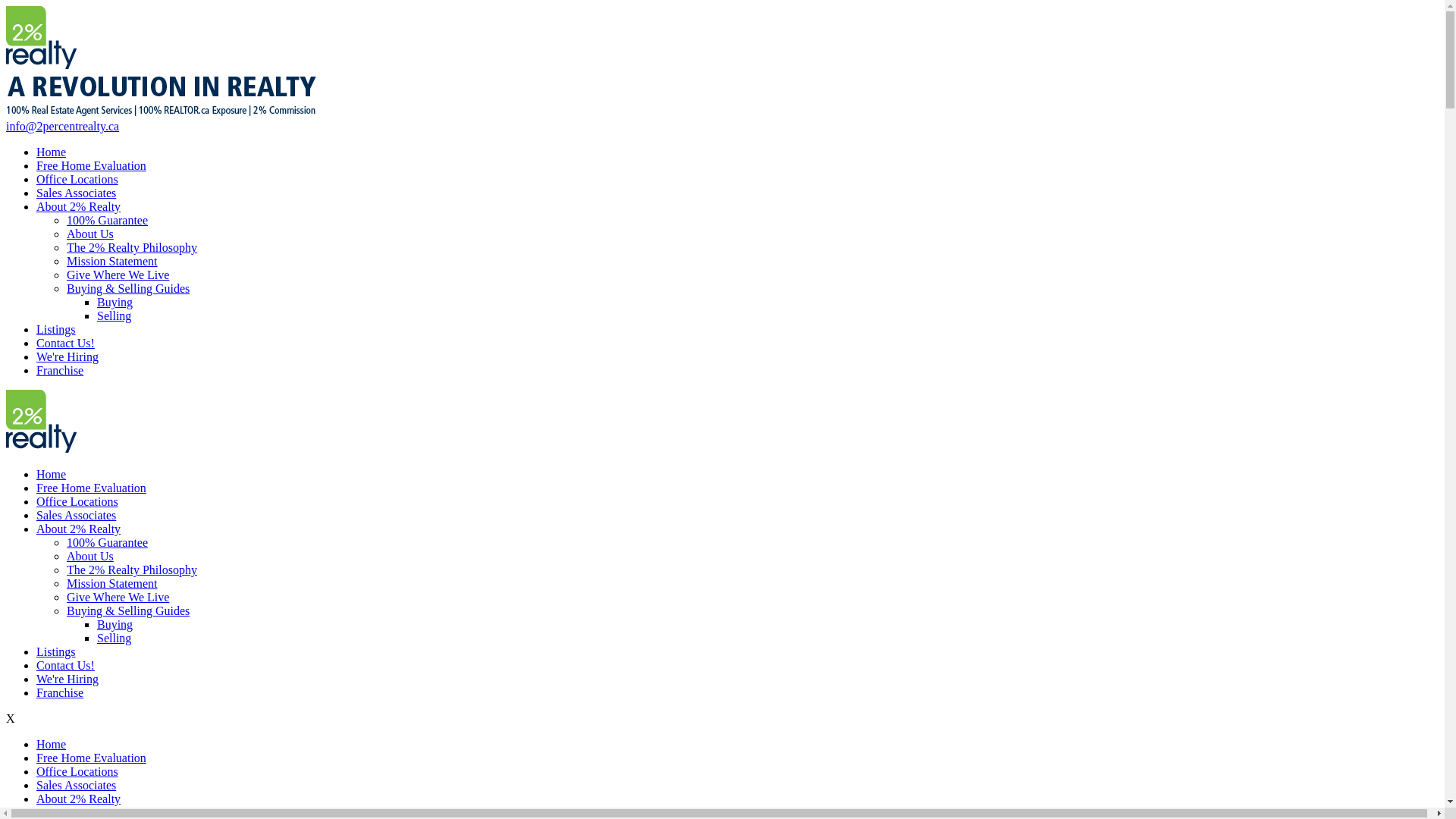 This screenshot has height=819, width=1456. I want to click on '100% Guarantee', so click(65, 541).